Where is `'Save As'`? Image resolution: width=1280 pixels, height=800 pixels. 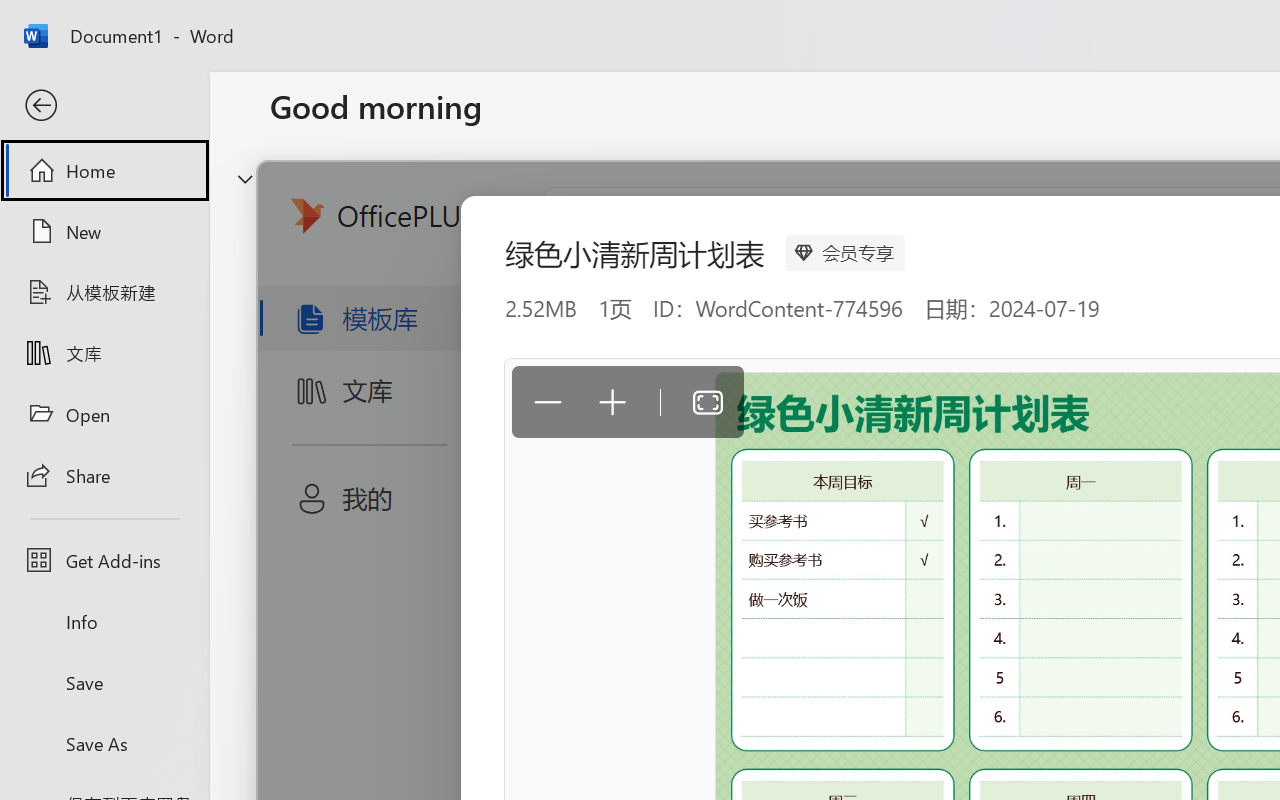
'Save As' is located at coordinates (103, 743).